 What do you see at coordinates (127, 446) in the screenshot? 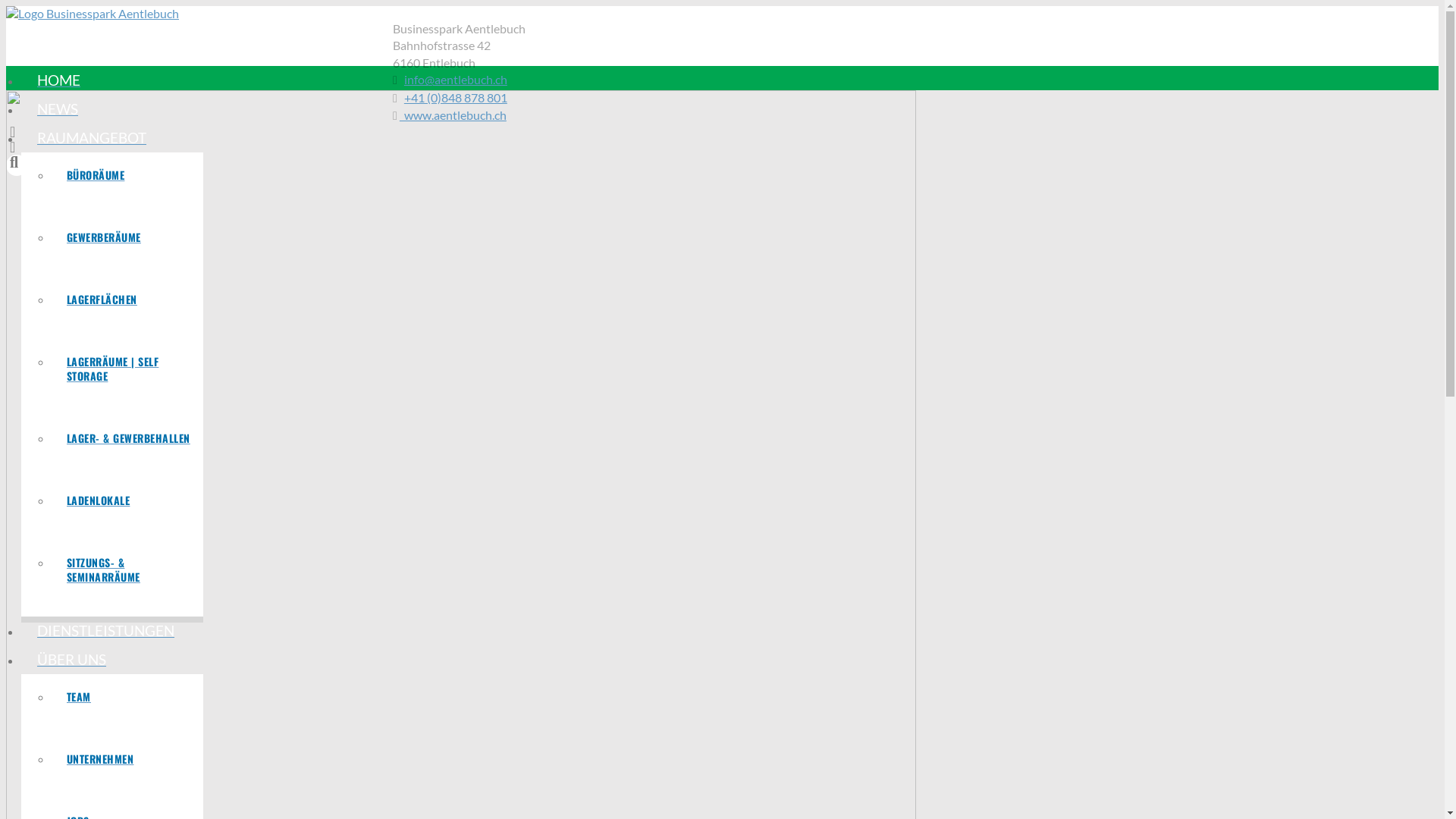
I see `'LAGER- & GEWERBEHALLEN'` at bounding box center [127, 446].